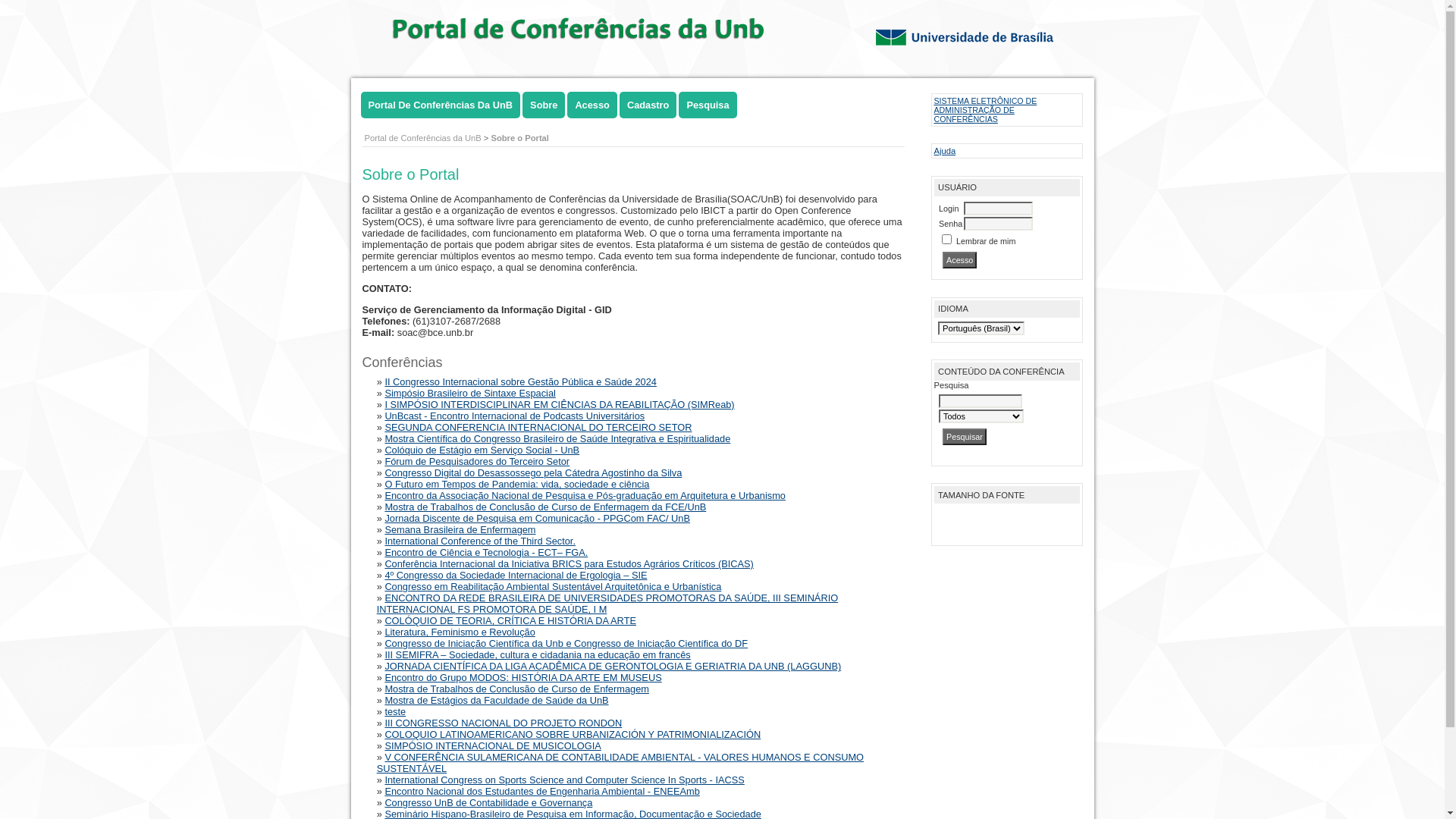 The height and width of the screenshot is (819, 1456). I want to click on 'International Conference of the Third Sector.', so click(479, 540).